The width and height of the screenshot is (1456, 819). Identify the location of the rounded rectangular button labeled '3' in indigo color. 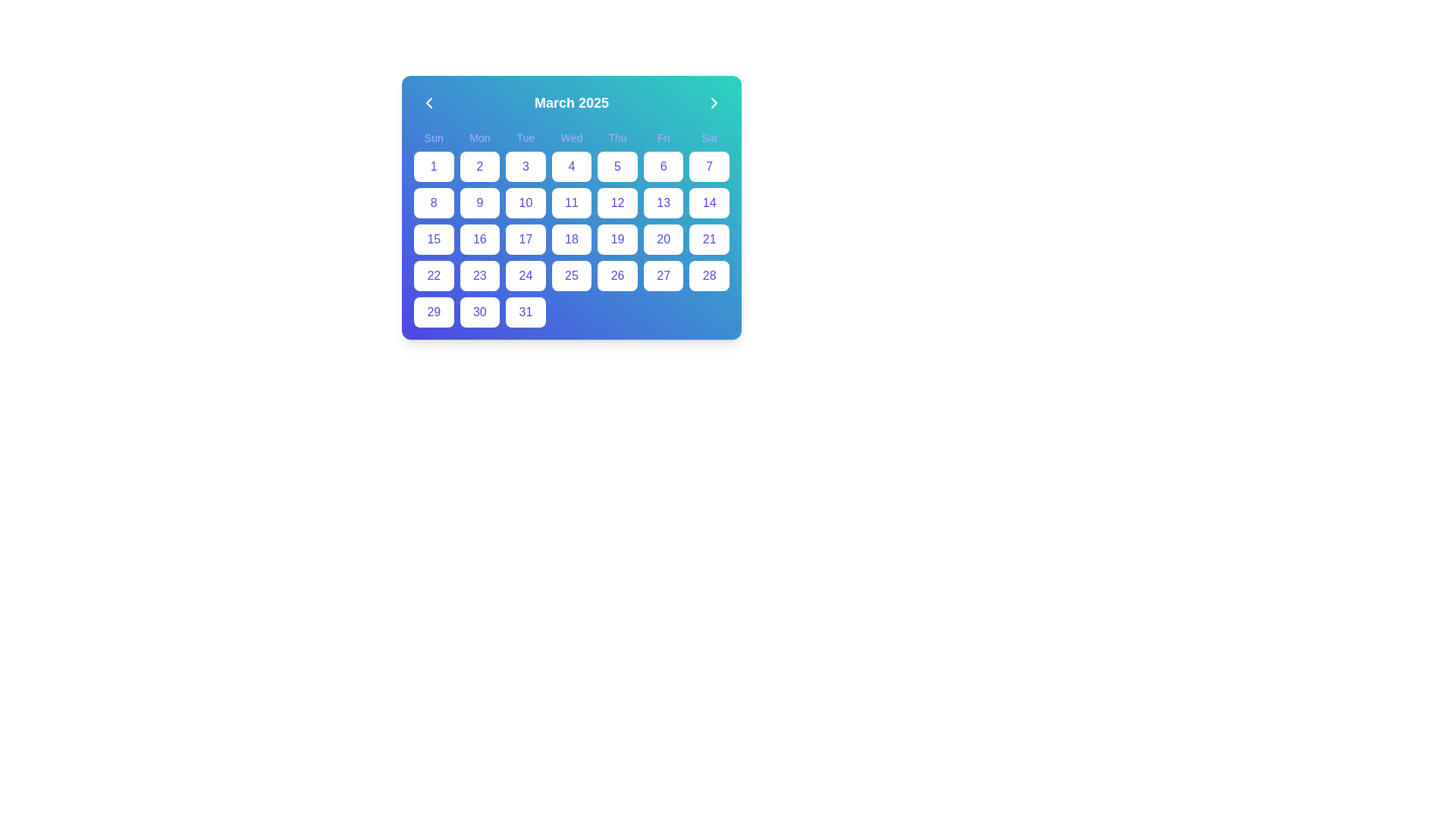
(526, 166).